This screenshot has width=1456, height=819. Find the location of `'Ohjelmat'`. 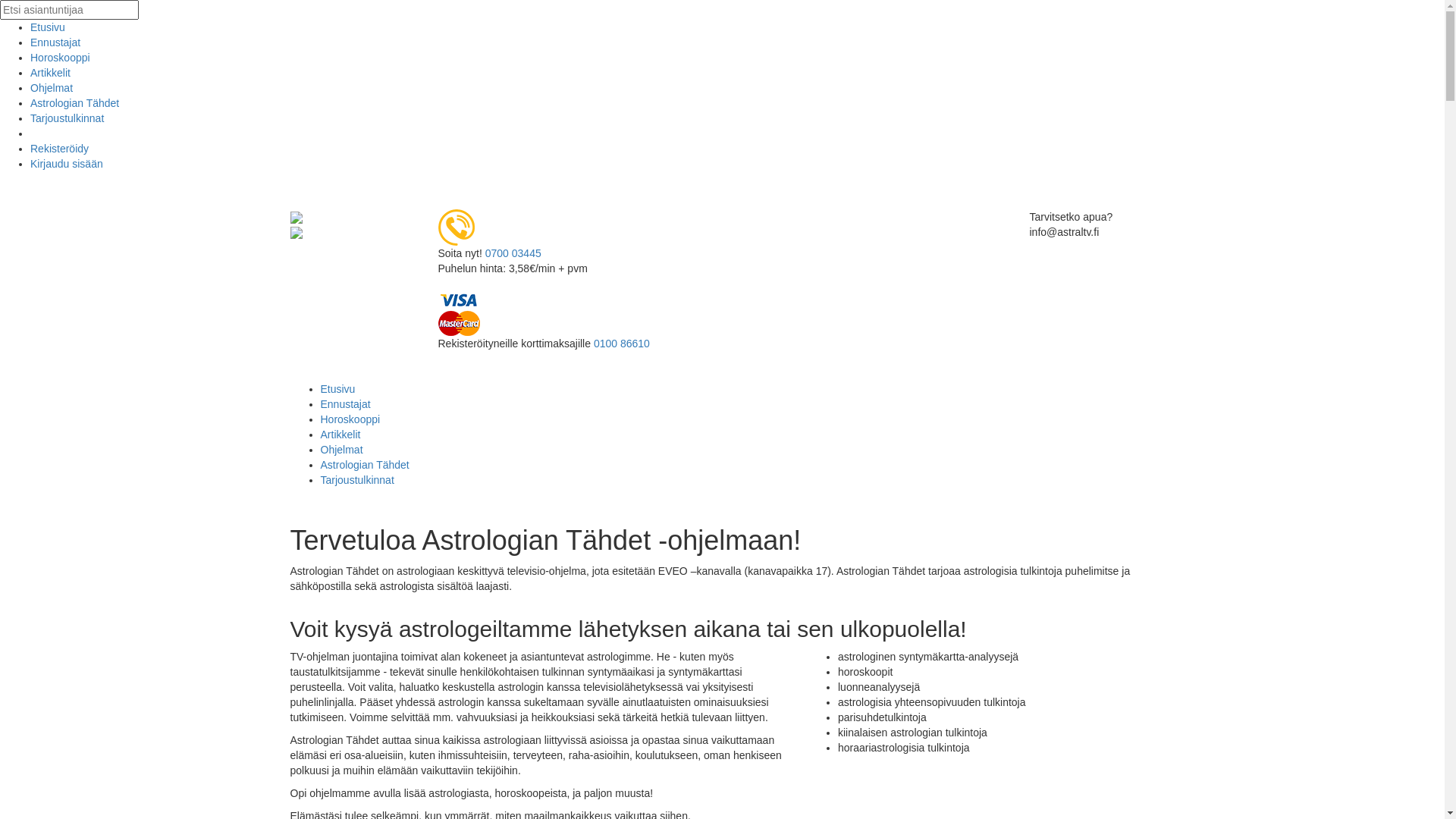

'Ohjelmat' is located at coordinates (30, 87).